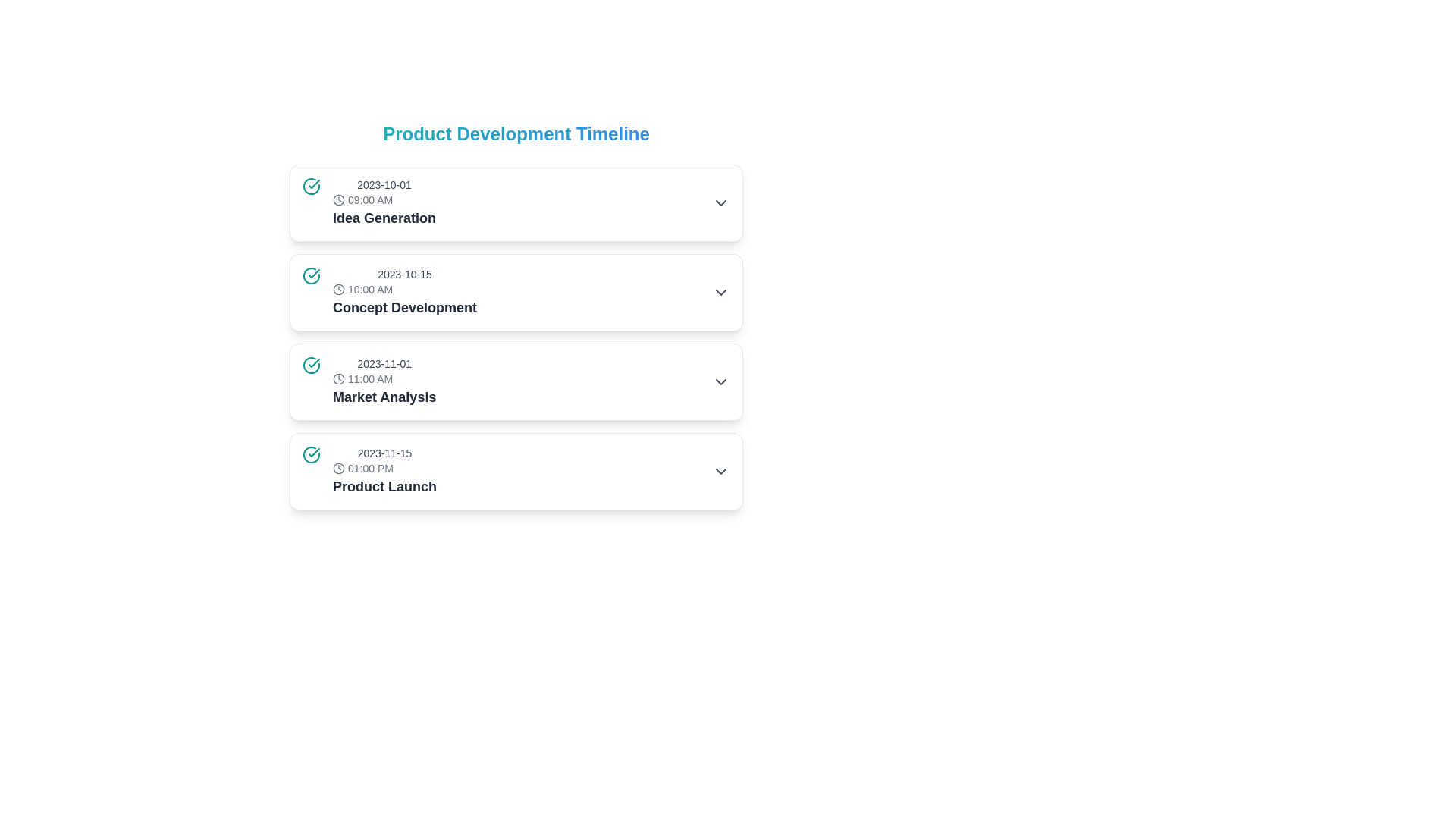 This screenshot has height=819, width=1456. I want to click on the downward-pointing chevron arrow icon toggle button located at the far-right edge of the row displaying '2023-11-01 11:00 AM Market Analysis', so click(720, 381).